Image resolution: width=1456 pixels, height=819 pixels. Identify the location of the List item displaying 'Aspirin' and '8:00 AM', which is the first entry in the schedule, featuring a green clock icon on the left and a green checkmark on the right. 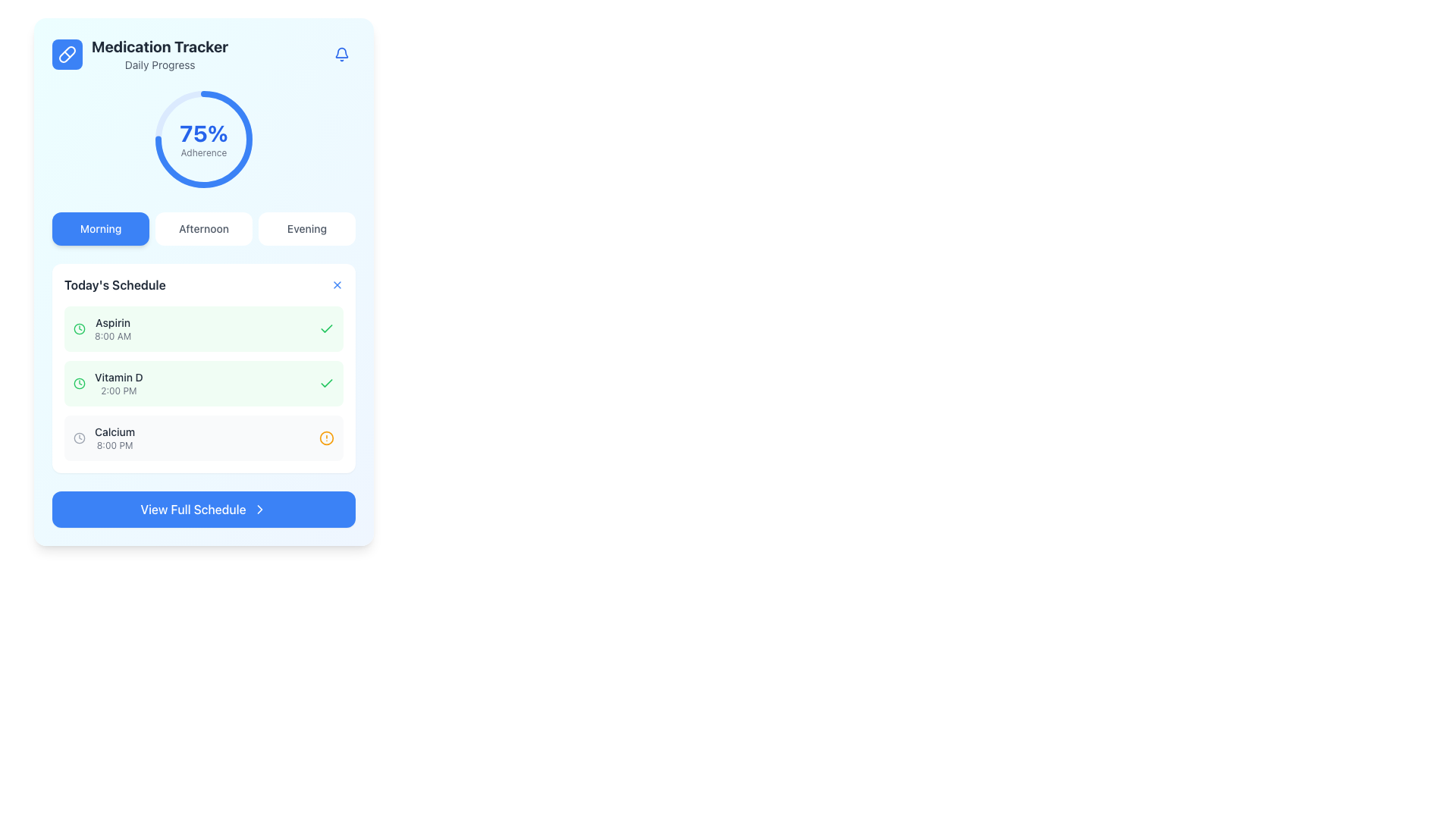
(102, 328).